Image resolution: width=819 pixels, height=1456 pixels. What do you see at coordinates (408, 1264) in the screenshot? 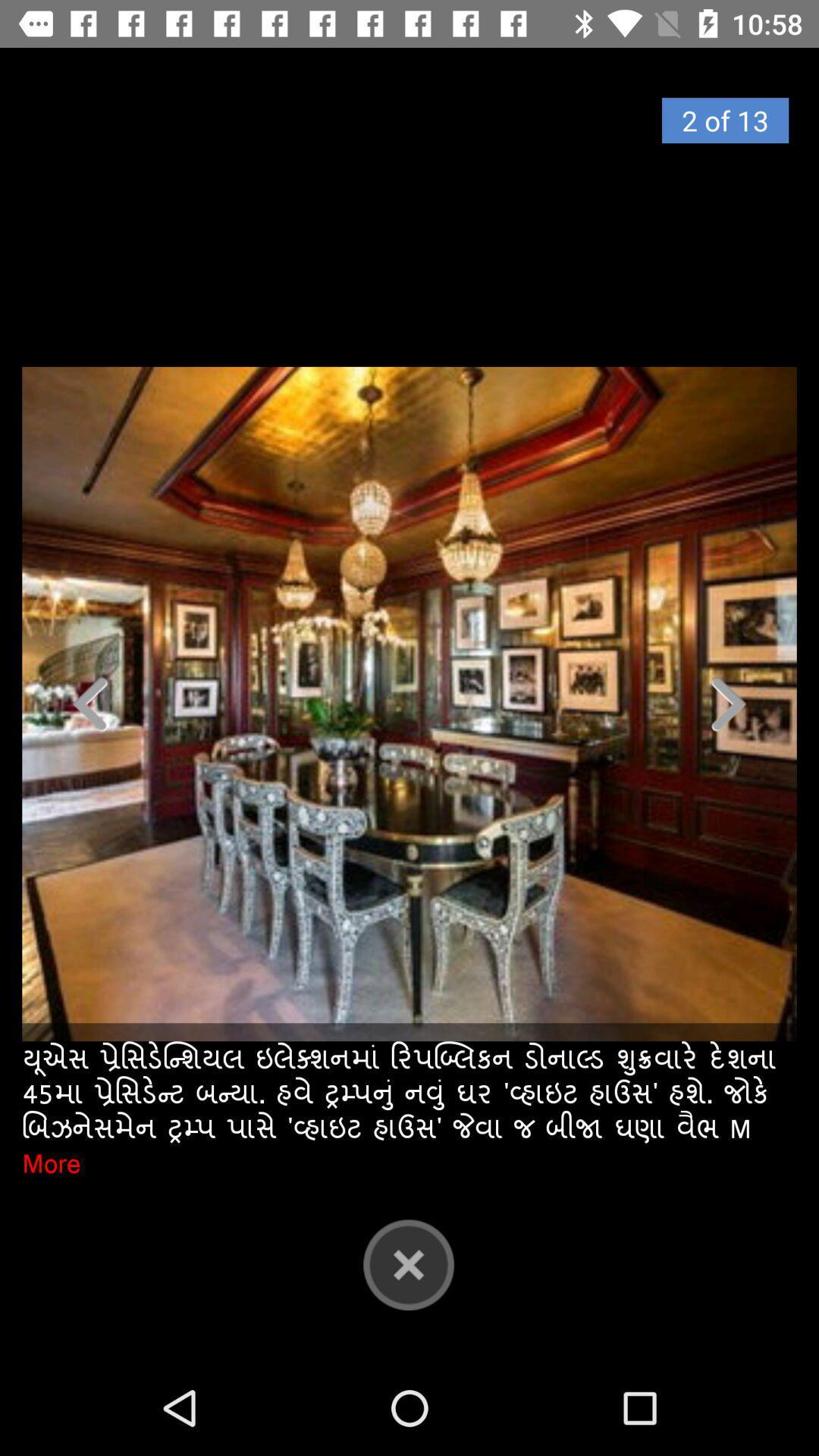
I see `close` at bounding box center [408, 1264].